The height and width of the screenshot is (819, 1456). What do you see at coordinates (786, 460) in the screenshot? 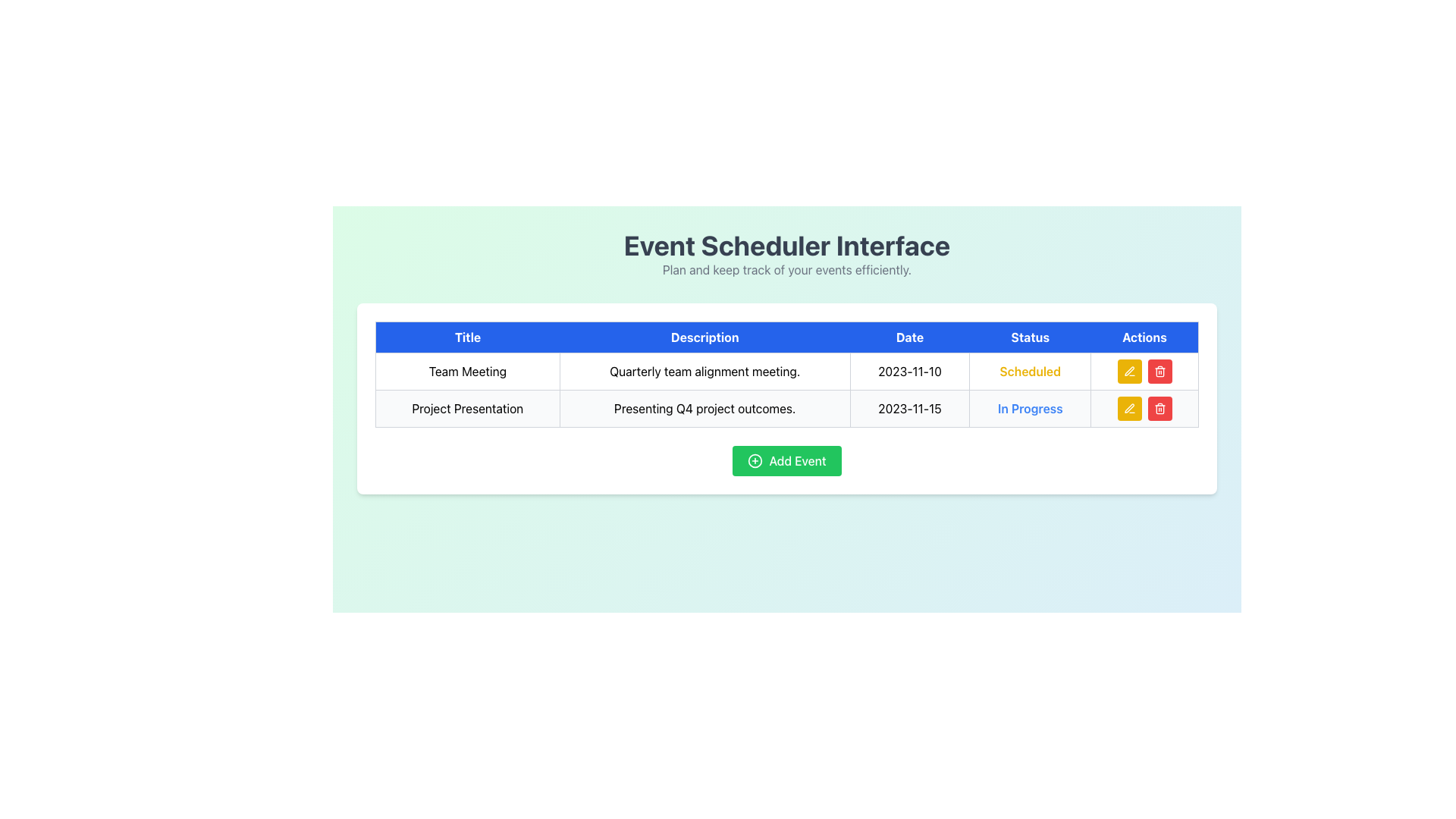
I see `the green 'Add Event' button located at the bottom of the event scheduling interface to initiate adding an event` at bounding box center [786, 460].